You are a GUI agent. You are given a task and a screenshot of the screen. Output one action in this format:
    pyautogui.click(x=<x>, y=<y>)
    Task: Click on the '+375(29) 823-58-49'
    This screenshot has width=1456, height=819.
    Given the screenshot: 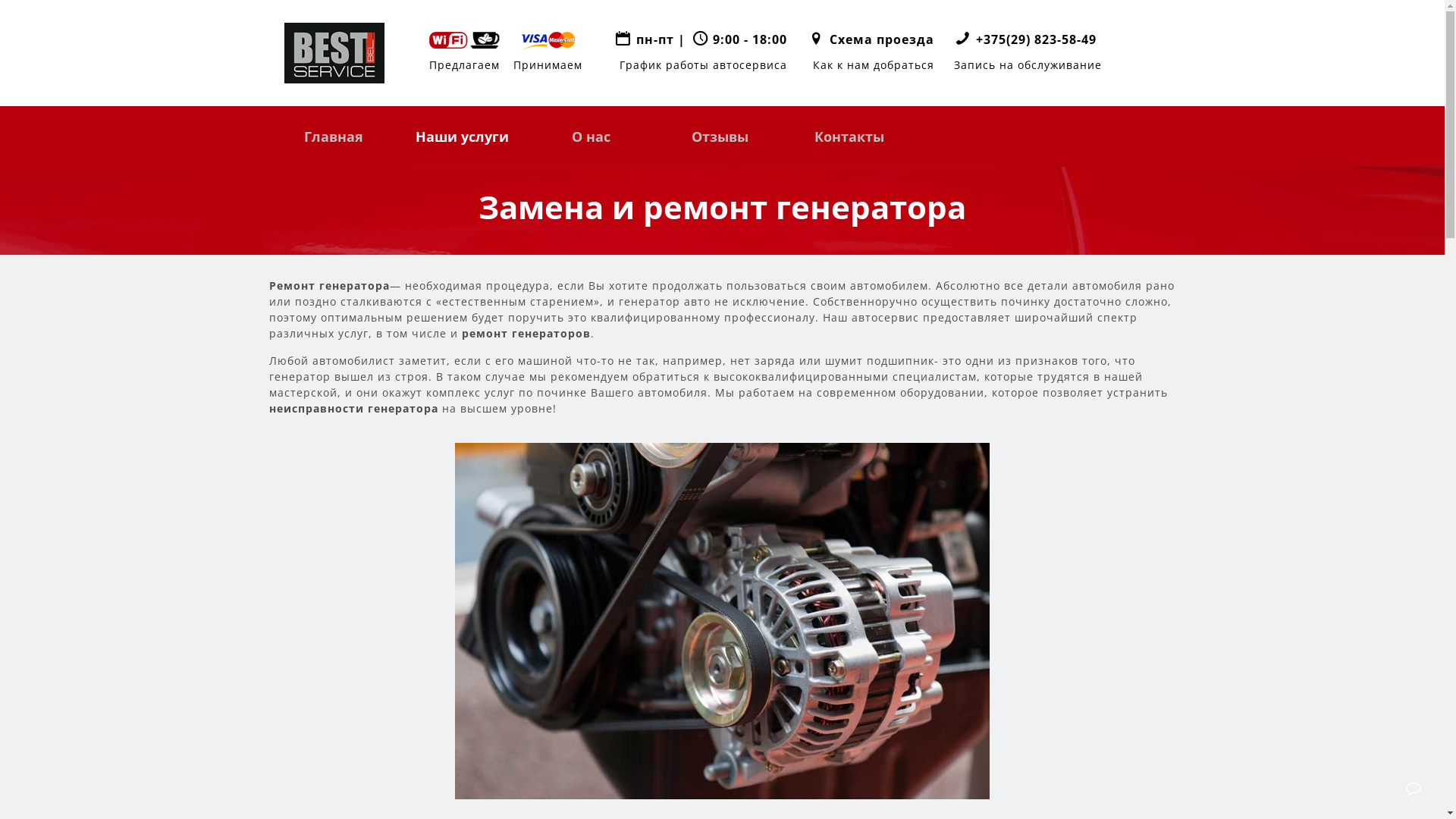 What is the action you would take?
    pyautogui.click(x=1035, y=38)
    